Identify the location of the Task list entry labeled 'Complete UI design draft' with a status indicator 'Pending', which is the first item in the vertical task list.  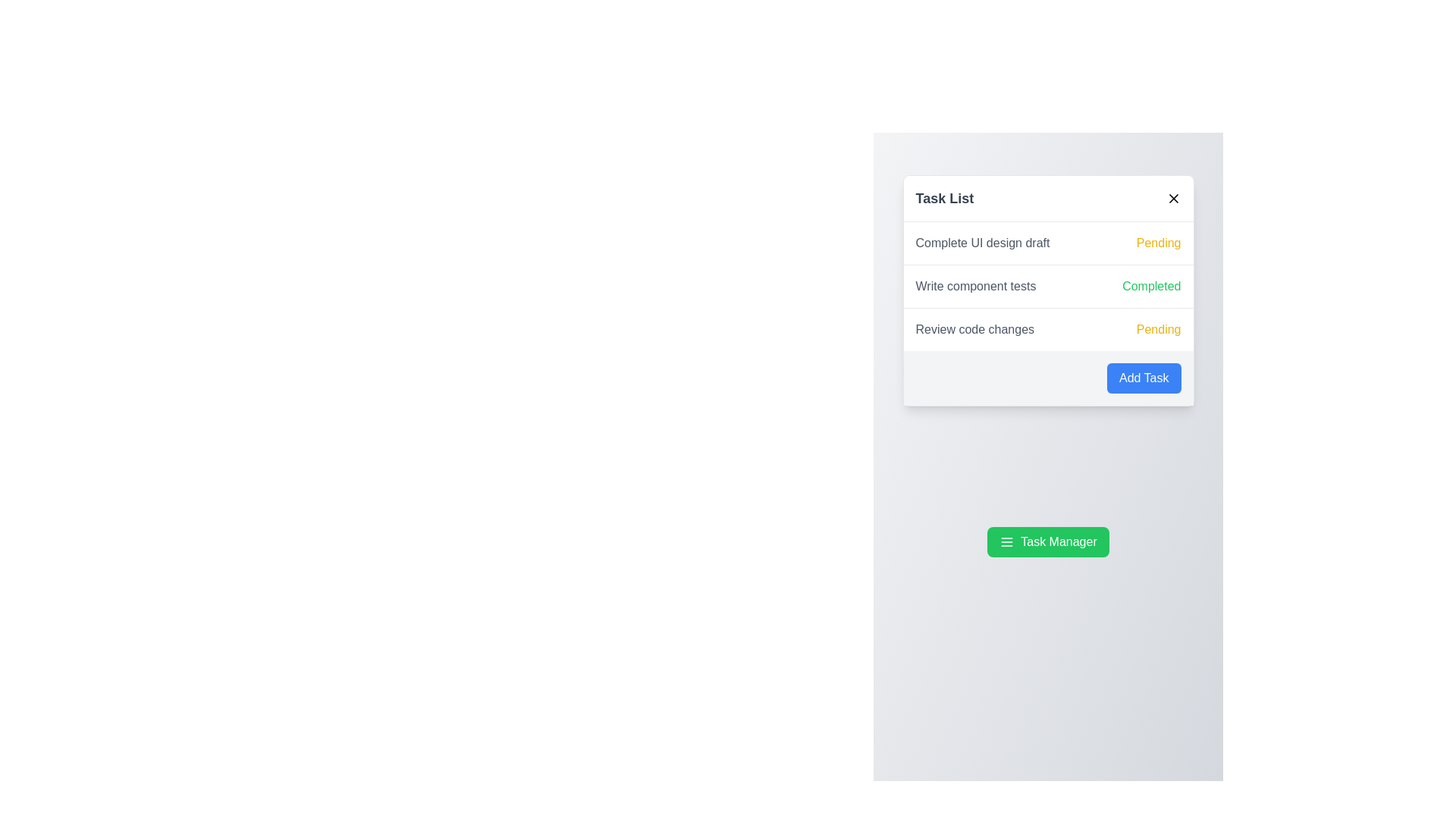
(1047, 242).